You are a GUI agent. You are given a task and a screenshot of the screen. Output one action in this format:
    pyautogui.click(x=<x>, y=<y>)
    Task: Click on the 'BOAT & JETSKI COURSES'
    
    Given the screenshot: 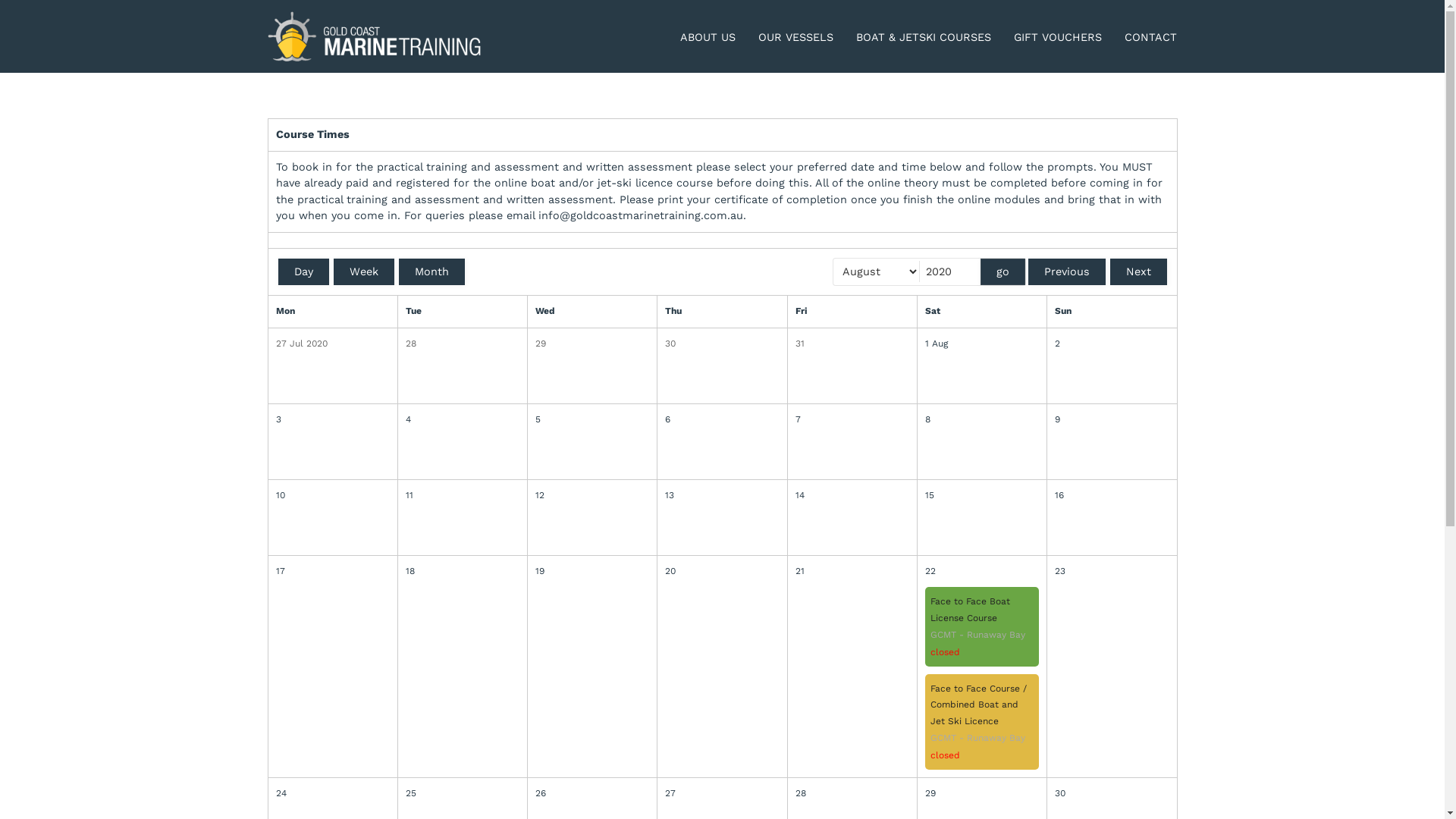 What is the action you would take?
    pyautogui.click(x=923, y=37)
    